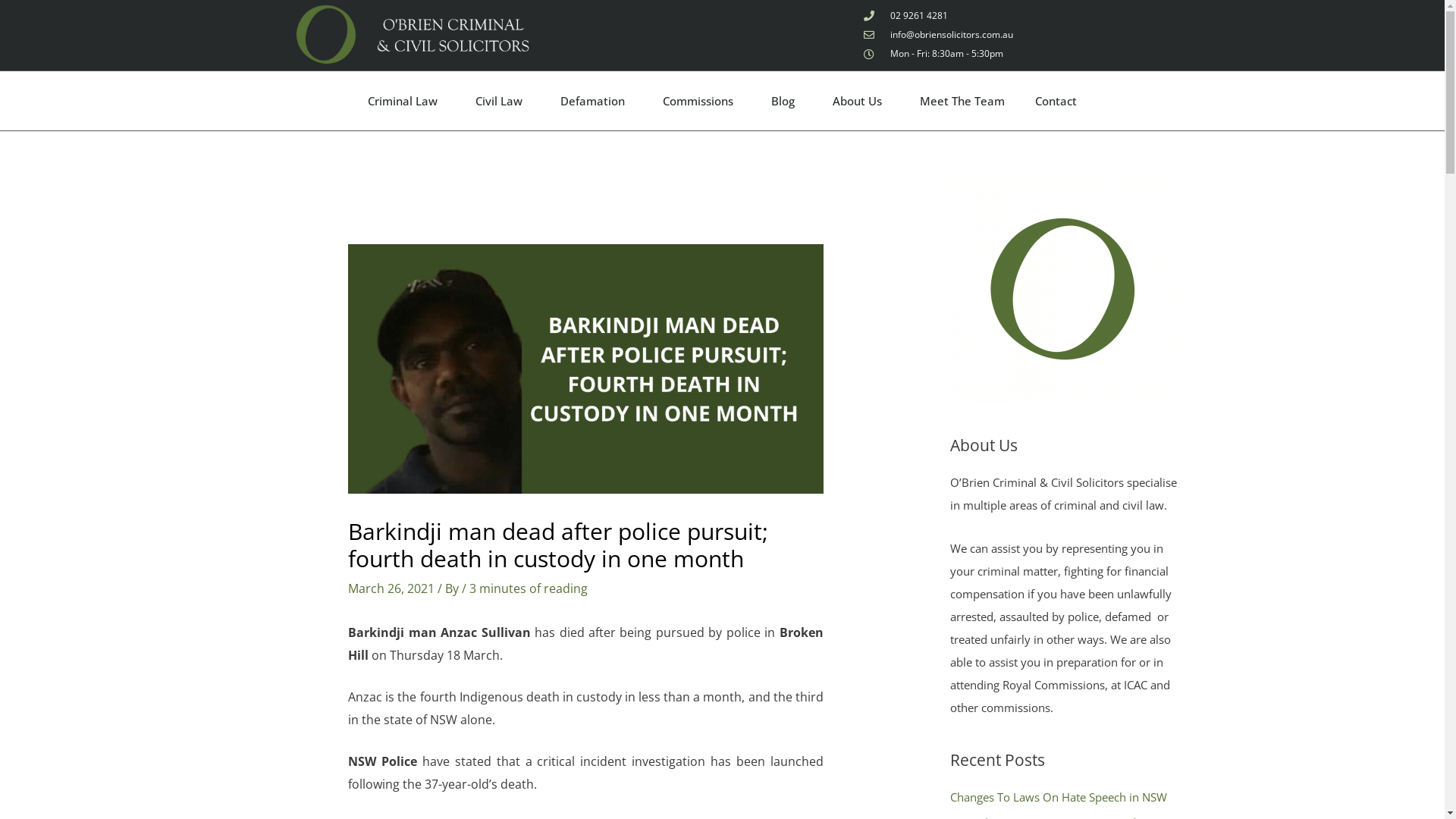 This screenshot has width=1456, height=819. What do you see at coordinates (961, 100) in the screenshot?
I see `'Meet The Team'` at bounding box center [961, 100].